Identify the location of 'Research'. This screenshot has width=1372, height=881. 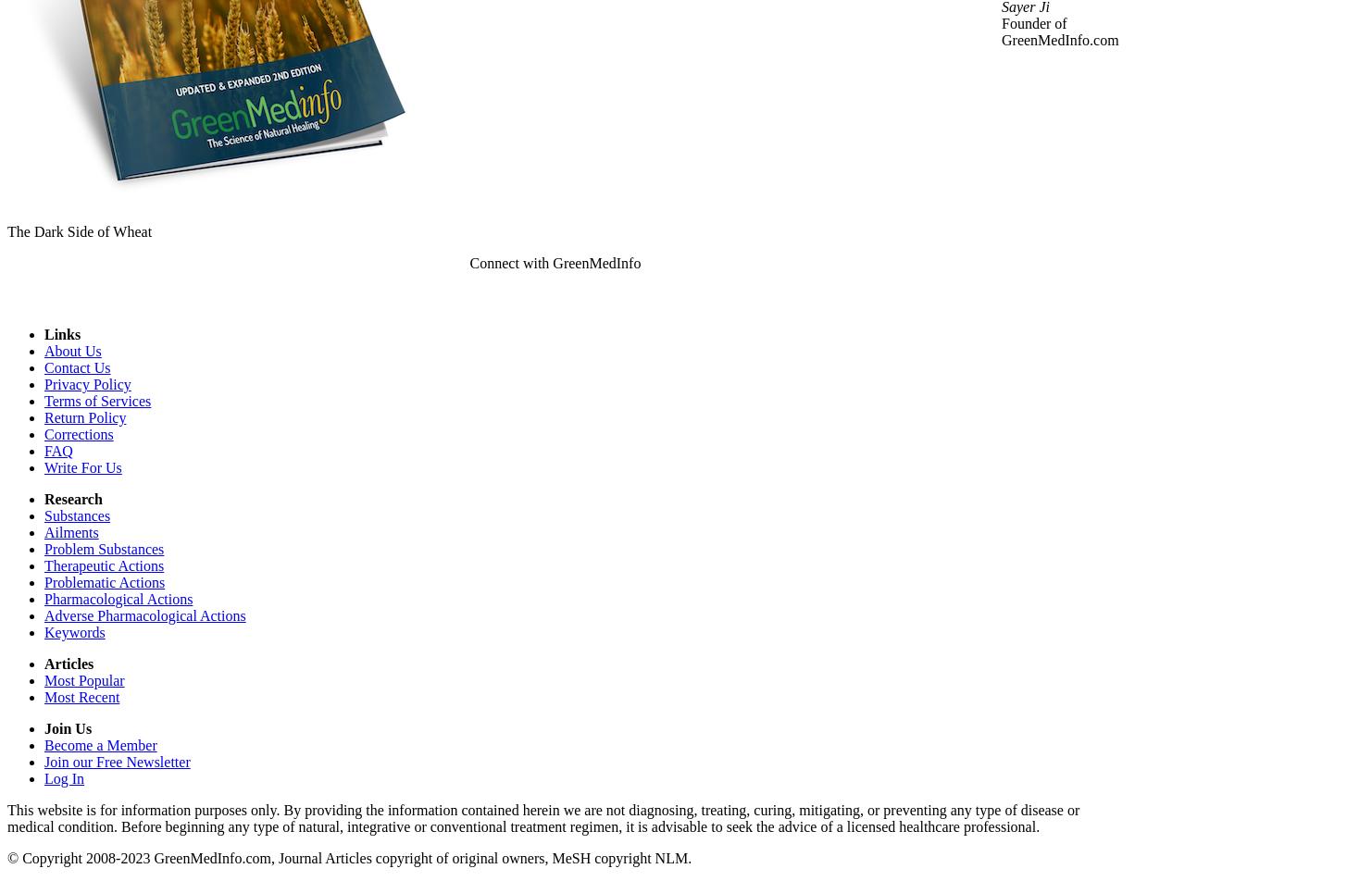
(72, 498).